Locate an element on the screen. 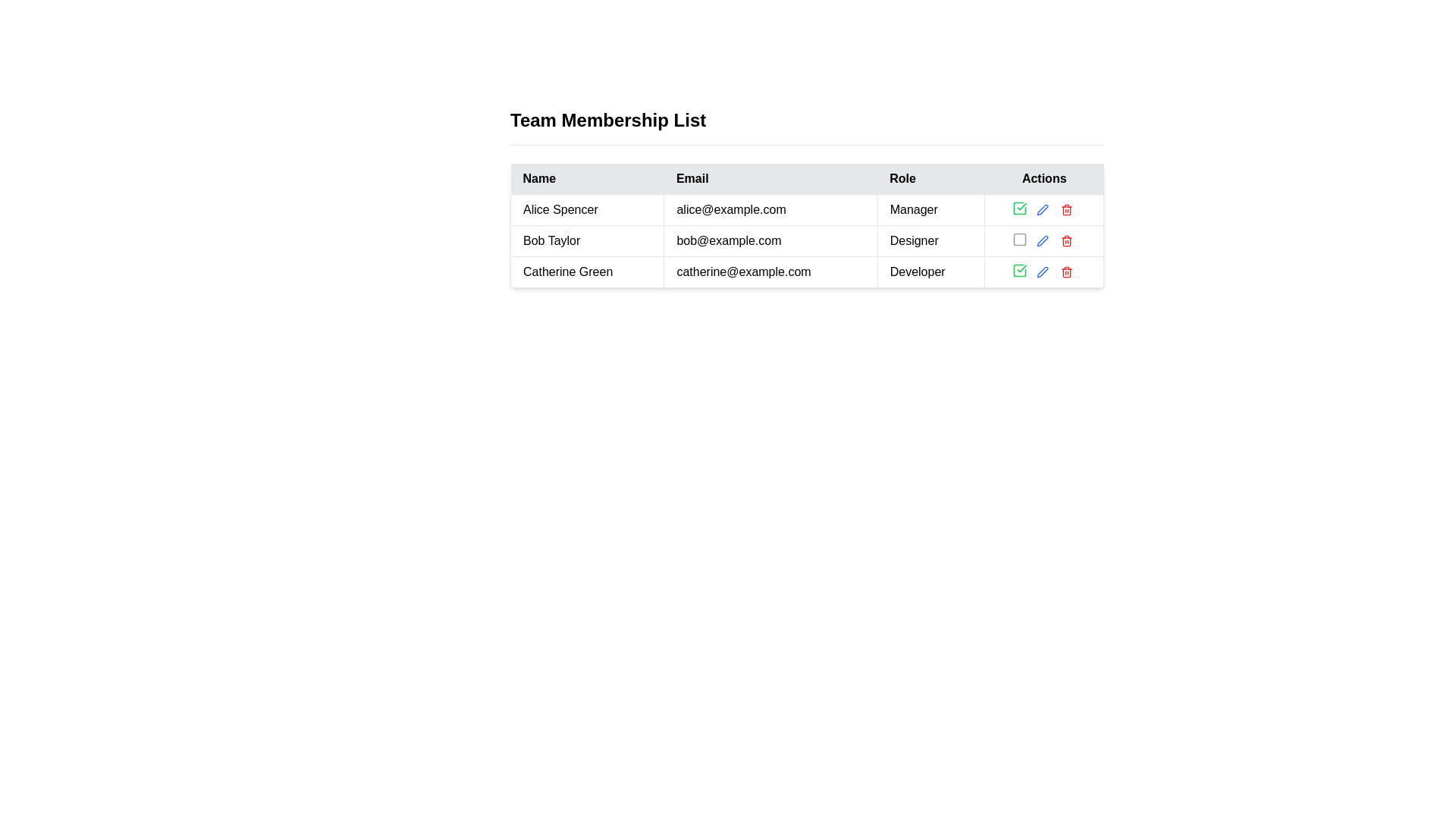 Image resolution: width=1456 pixels, height=819 pixels. the edit button located in the 'Actions' column, second from the left, in the topmost row of the table is located at coordinates (1042, 210).